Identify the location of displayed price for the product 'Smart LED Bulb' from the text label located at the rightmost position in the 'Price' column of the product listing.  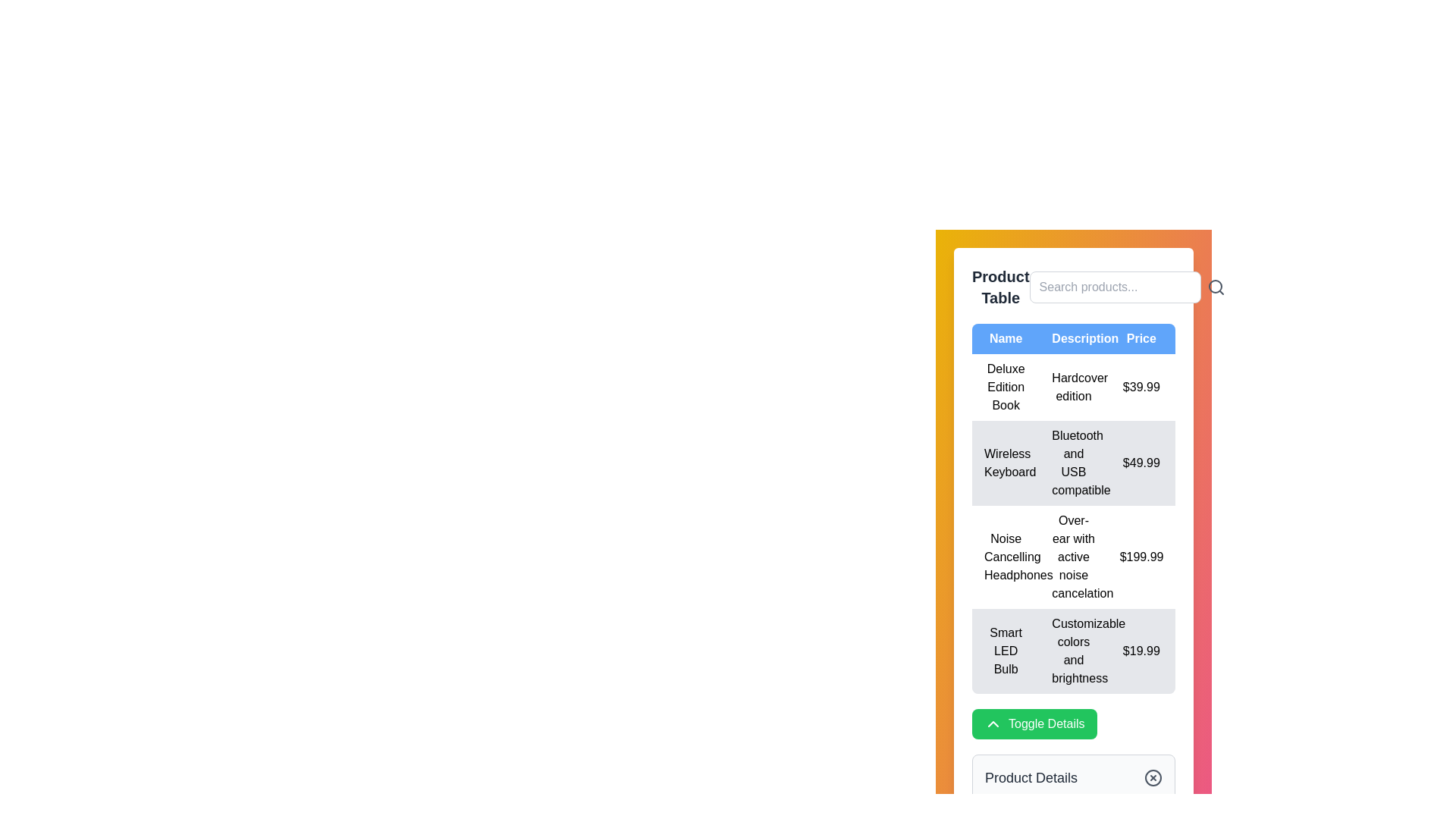
(1141, 651).